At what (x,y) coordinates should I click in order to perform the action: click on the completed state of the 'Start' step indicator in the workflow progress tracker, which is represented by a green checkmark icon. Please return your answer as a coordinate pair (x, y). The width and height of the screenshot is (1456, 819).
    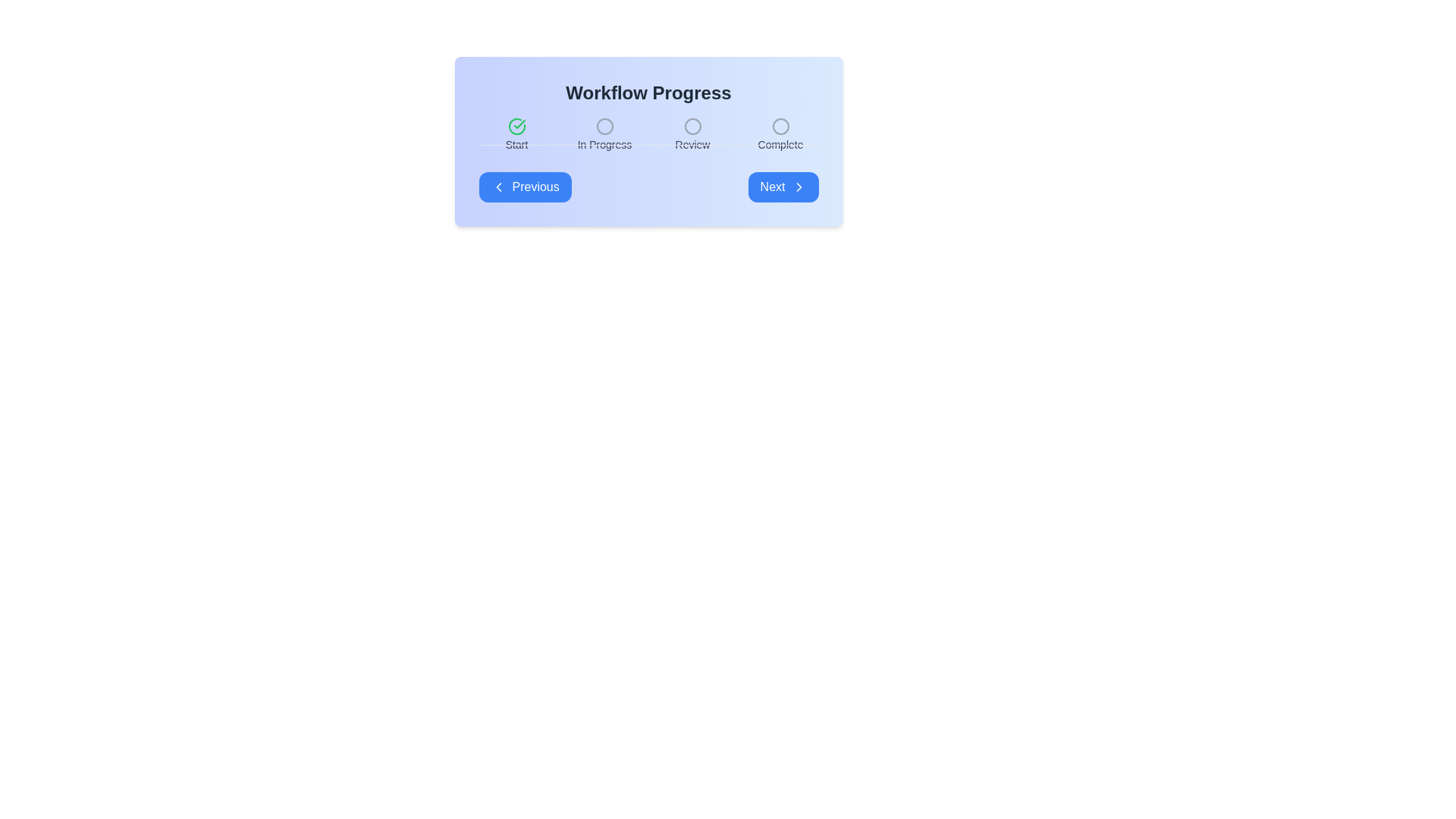
    Looking at the image, I should click on (516, 134).